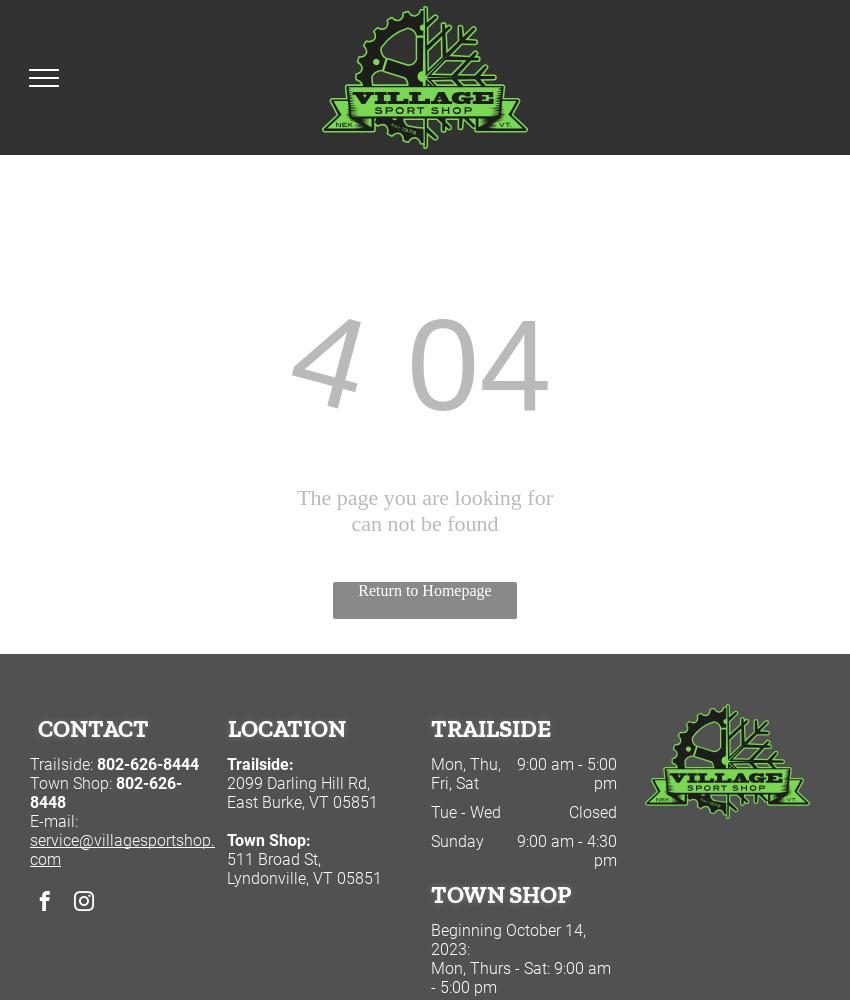 The height and width of the screenshot is (1000, 850). I want to click on 'can not be found', so click(424, 523).